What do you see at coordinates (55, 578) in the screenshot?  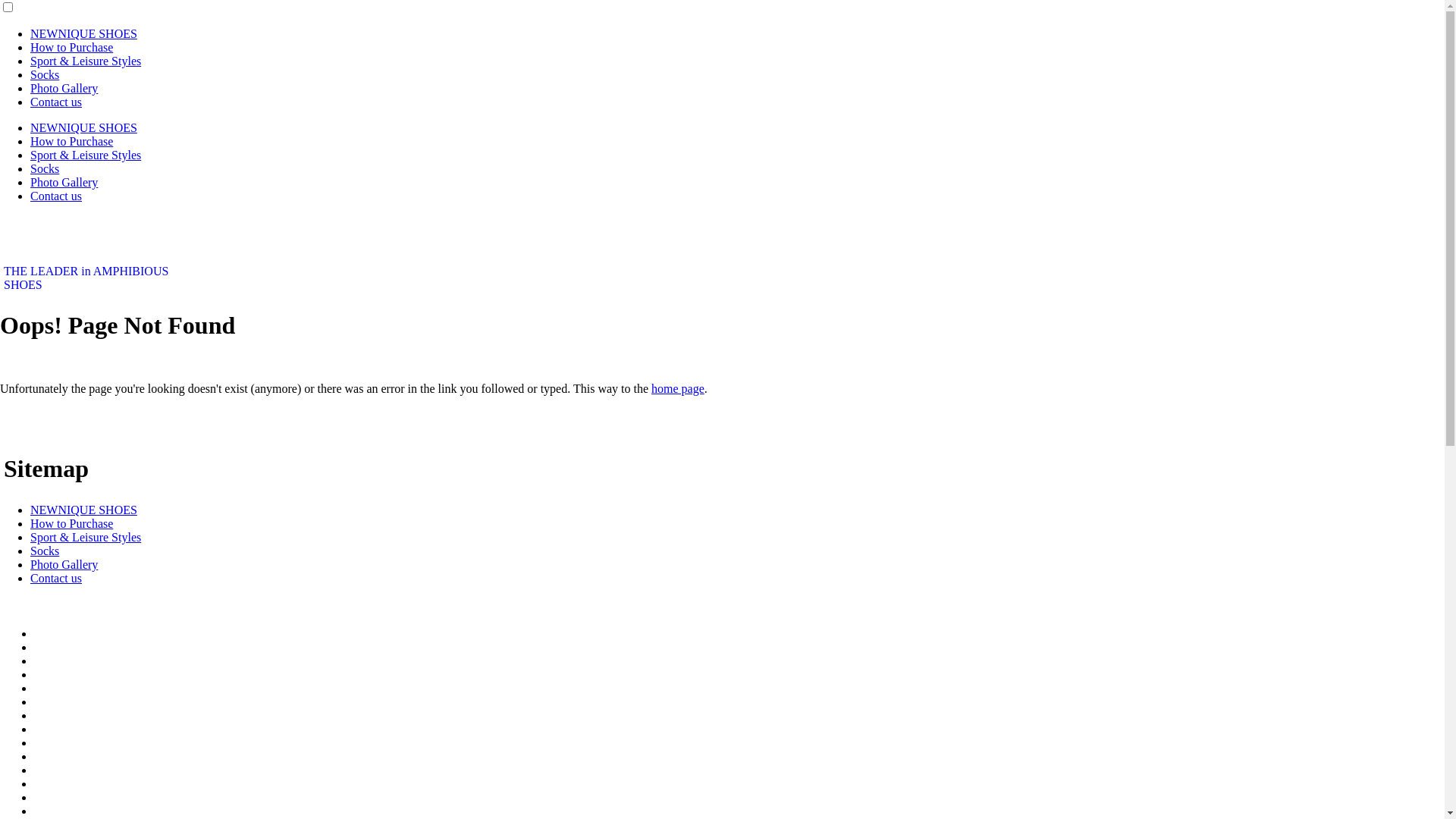 I see `'Contact us'` at bounding box center [55, 578].